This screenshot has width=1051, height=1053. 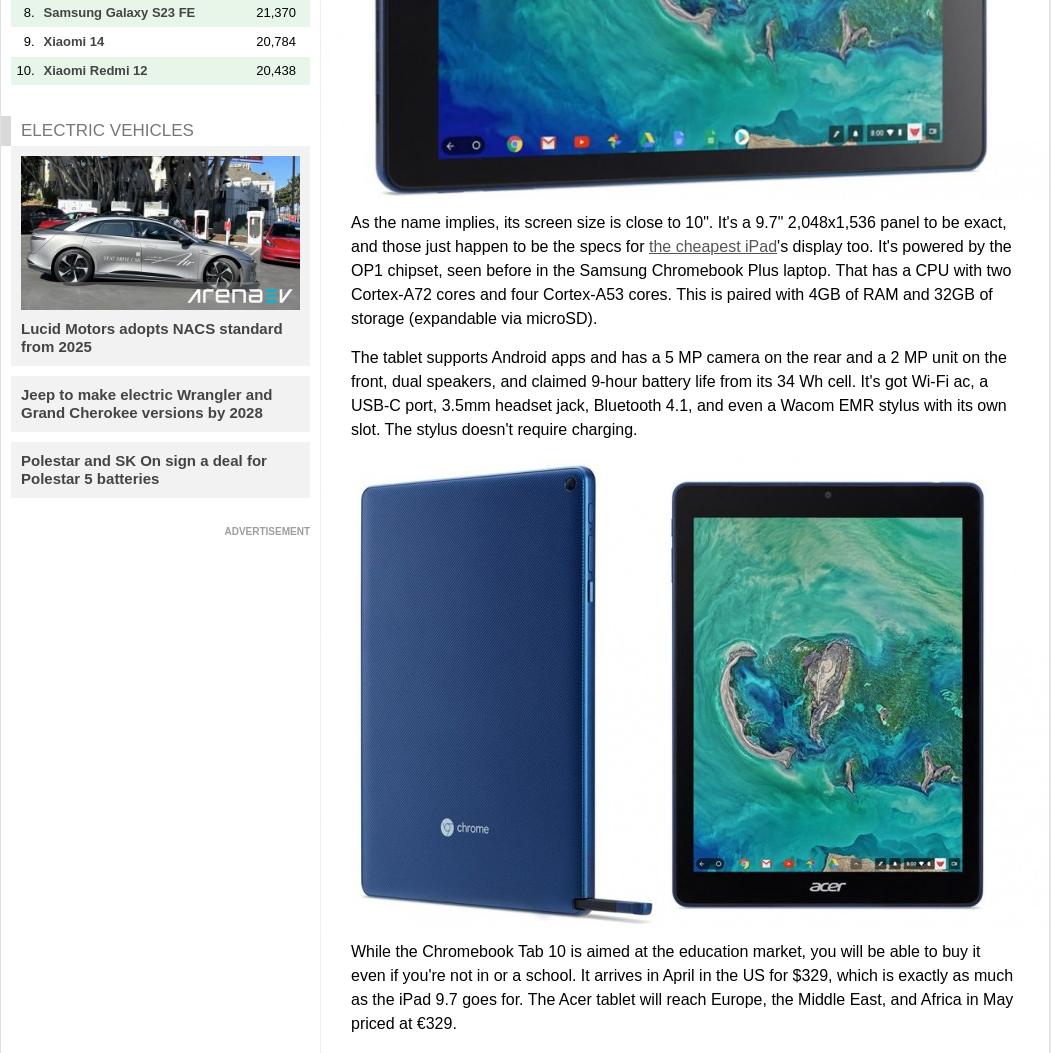 What do you see at coordinates (275, 11) in the screenshot?
I see `'21,370'` at bounding box center [275, 11].